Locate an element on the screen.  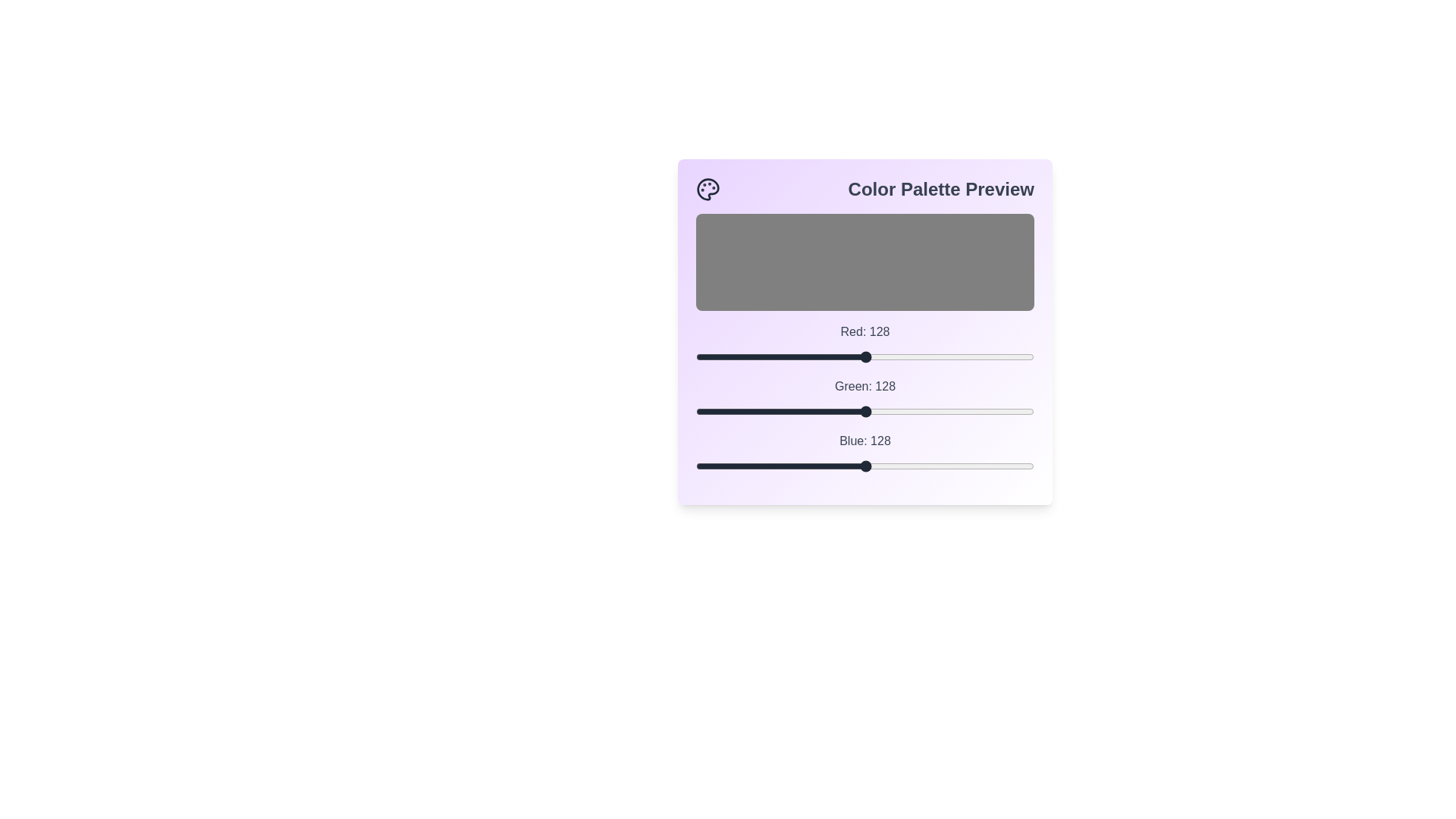
the green intensity is located at coordinates (971, 412).